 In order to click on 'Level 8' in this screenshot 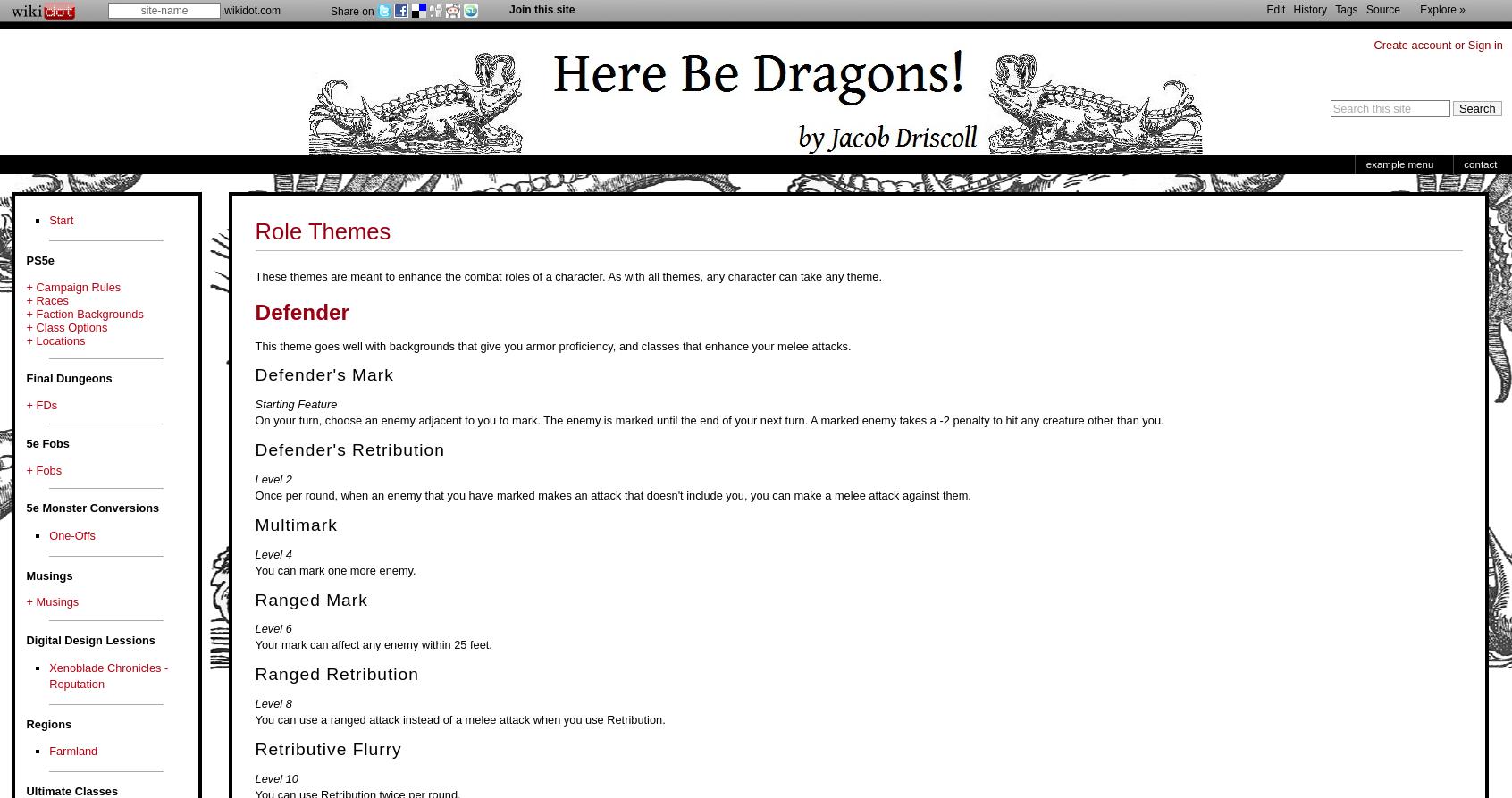, I will do `click(272, 702)`.